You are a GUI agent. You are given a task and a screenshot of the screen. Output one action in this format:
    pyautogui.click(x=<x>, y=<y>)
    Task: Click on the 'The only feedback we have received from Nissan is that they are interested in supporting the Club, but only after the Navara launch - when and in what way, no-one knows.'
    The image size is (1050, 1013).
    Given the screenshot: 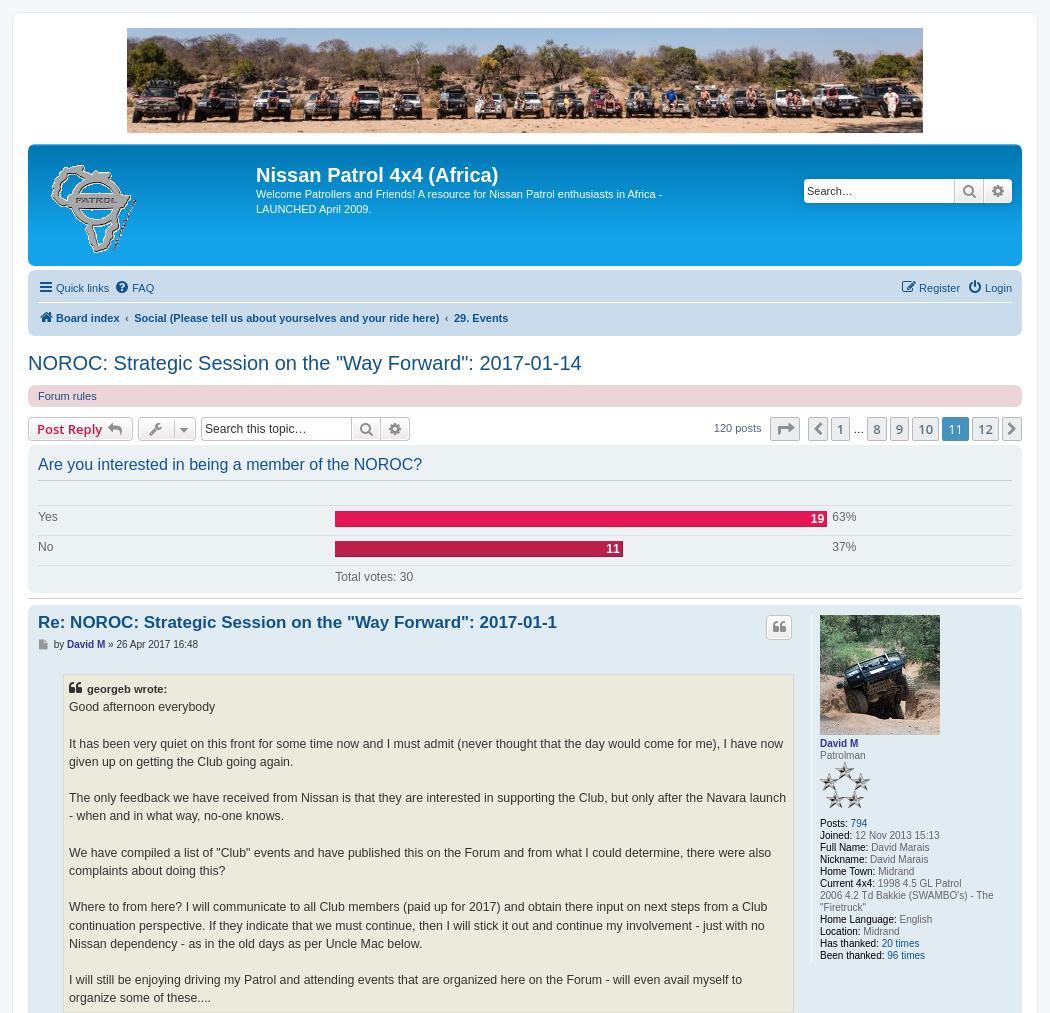 What is the action you would take?
    pyautogui.click(x=426, y=806)
    